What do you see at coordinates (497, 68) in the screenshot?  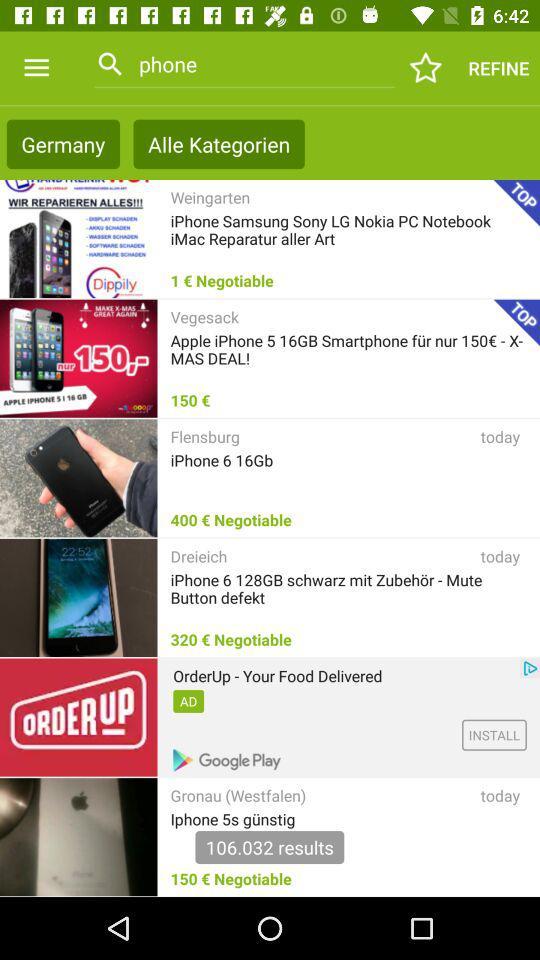 I see `refine icon` at bounding box center [497, 68].